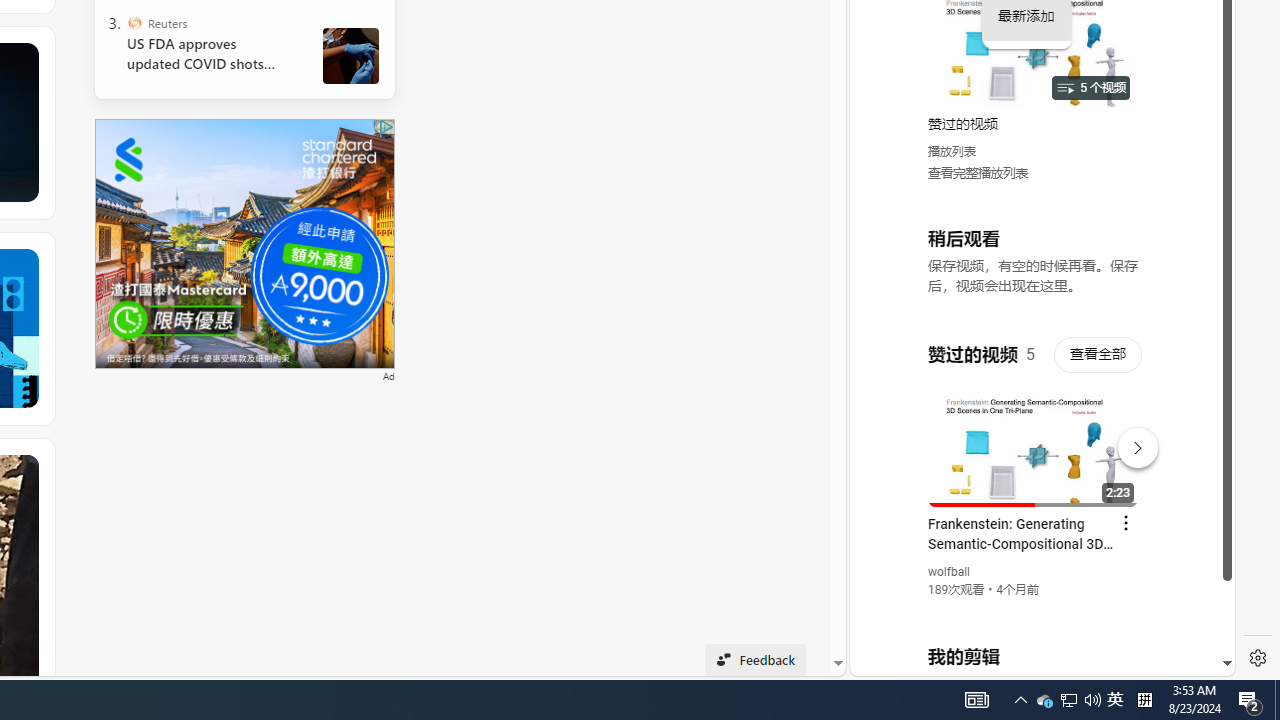  I want to click on 'US FDA approves updated COVID shots ahead of fall and winter', so click(209, 53).